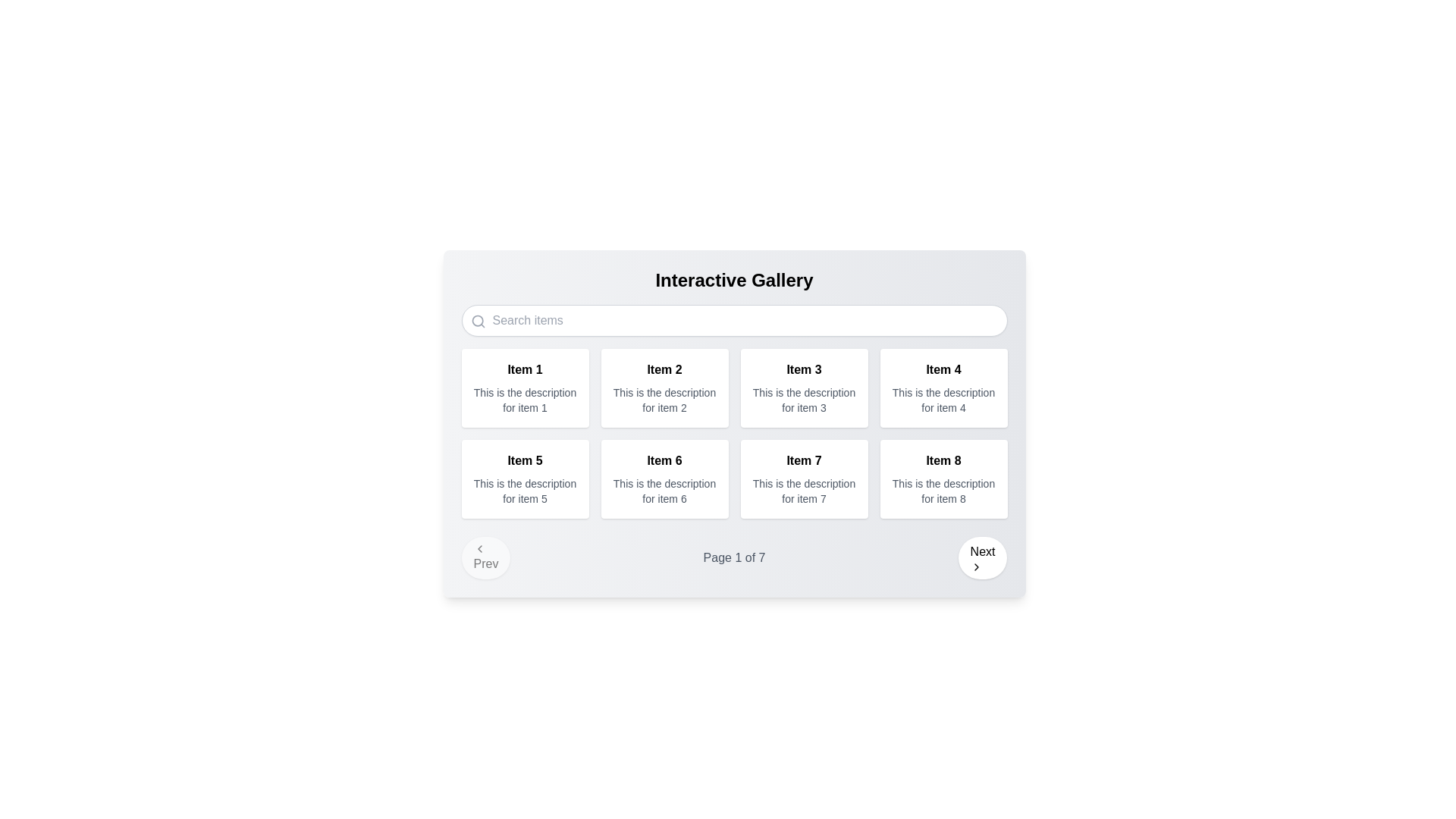 This screenshot has height=819, width=1456. I want to click on the heading/title text of the third card in the first row of the grid layout by moving the cursor to it, so click(803, 370).